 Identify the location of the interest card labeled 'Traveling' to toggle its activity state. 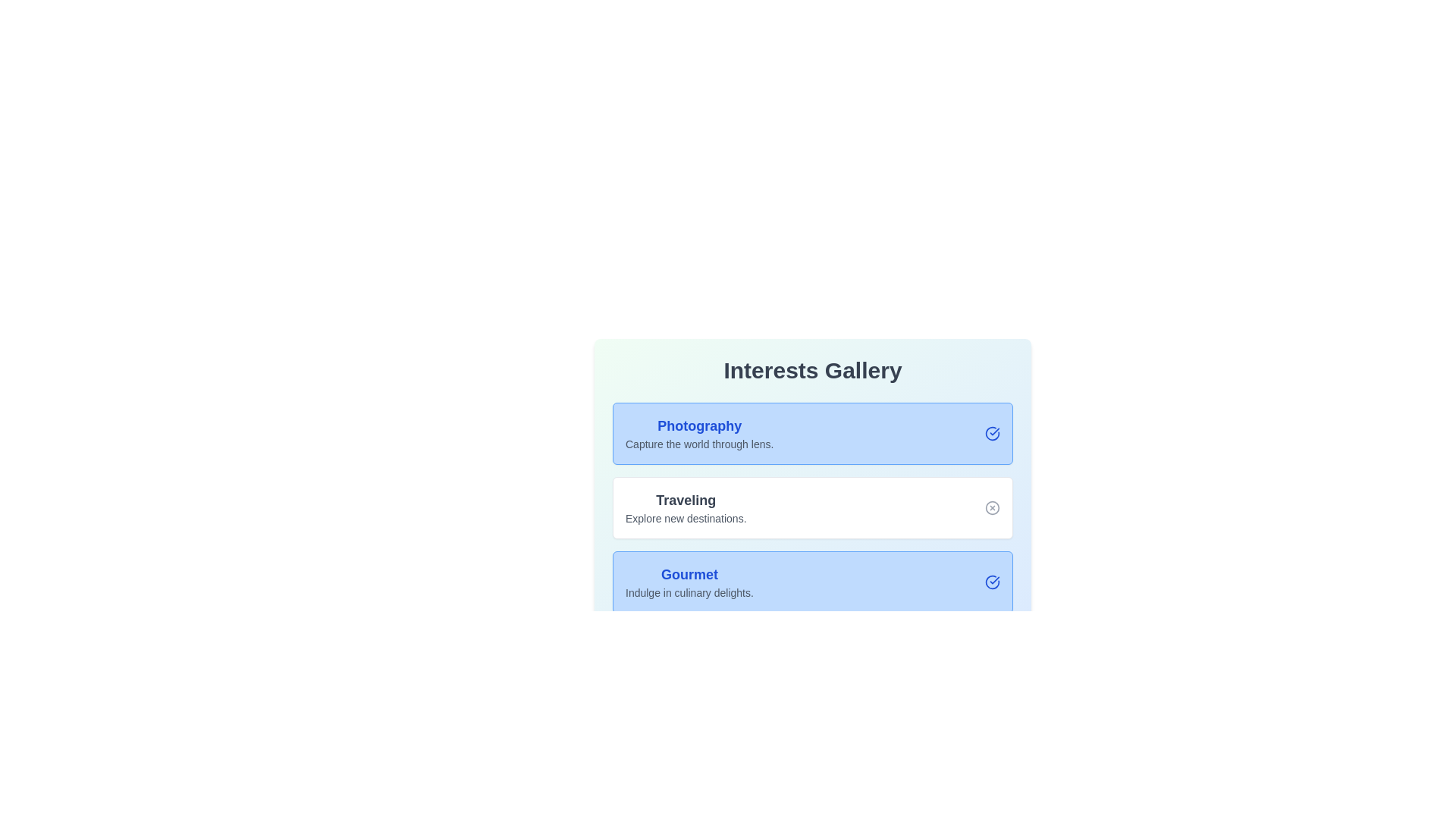
(811, 508).